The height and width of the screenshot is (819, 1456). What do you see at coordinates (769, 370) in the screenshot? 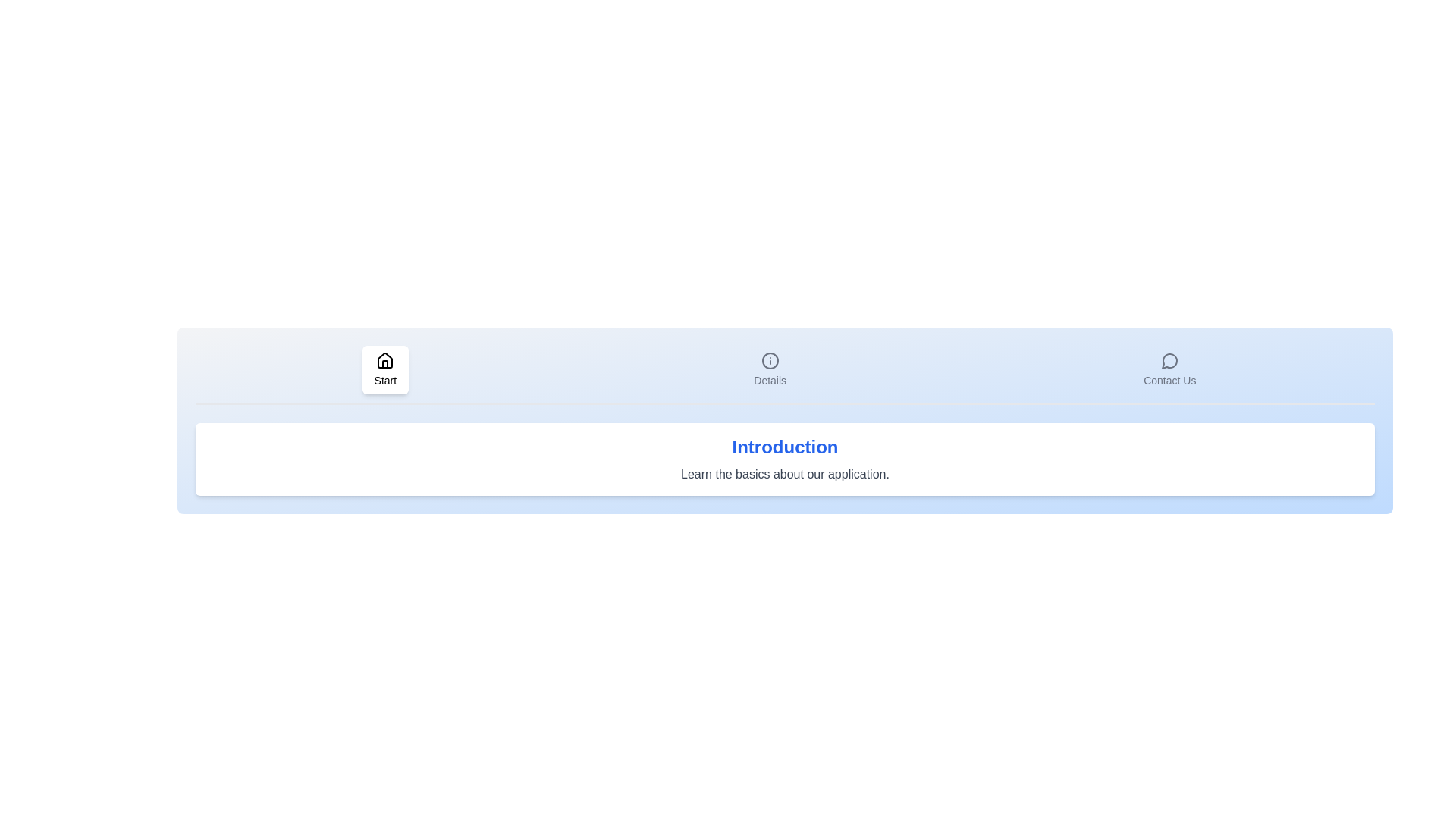
I see `the Details tab by clicking its respective button` at bounding box center [769, 370].